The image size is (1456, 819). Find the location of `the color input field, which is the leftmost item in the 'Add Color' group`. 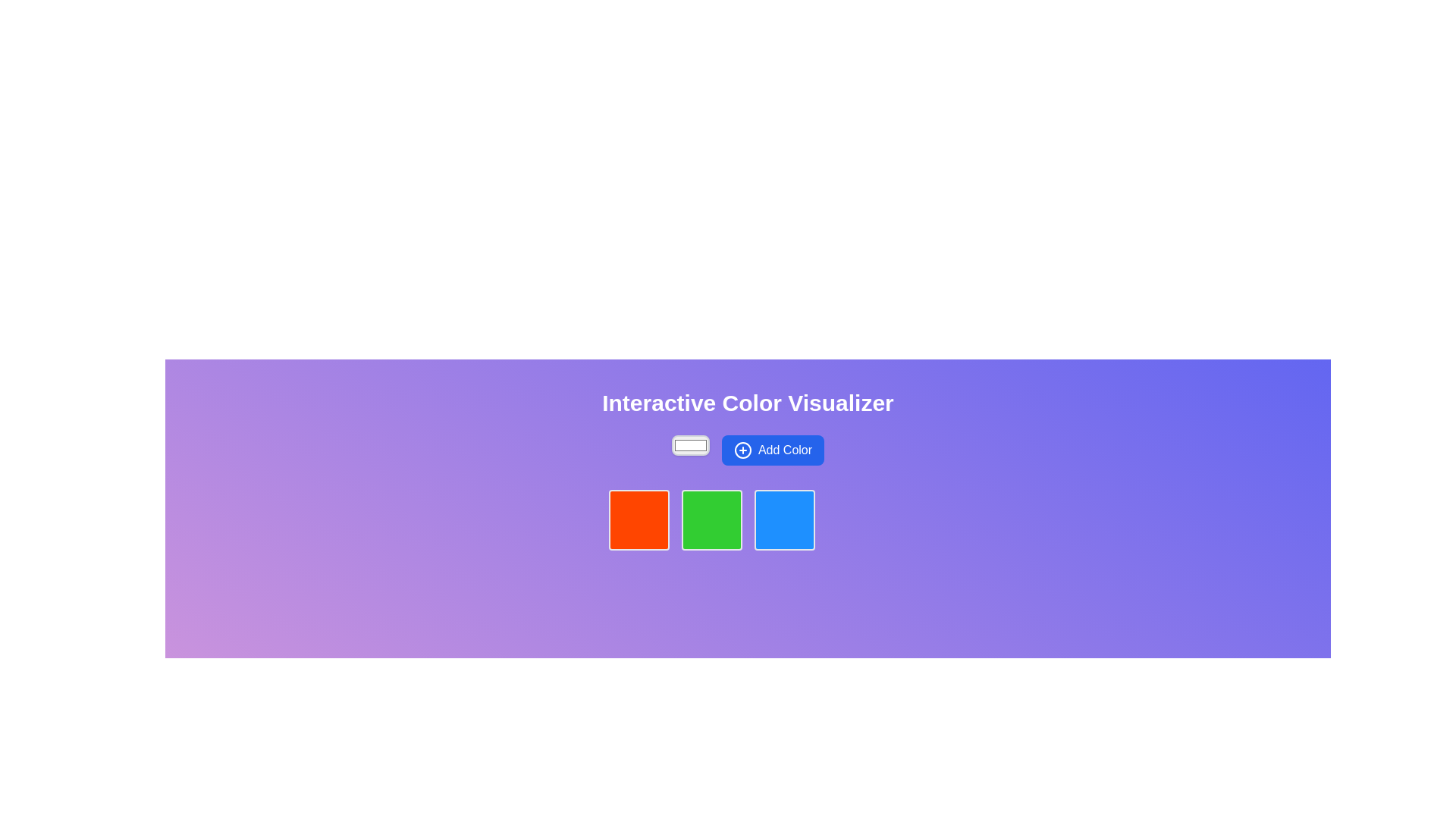

the color input field, which is the leftmost item in the 'Add Color' group is located at coordinates (689, 444).